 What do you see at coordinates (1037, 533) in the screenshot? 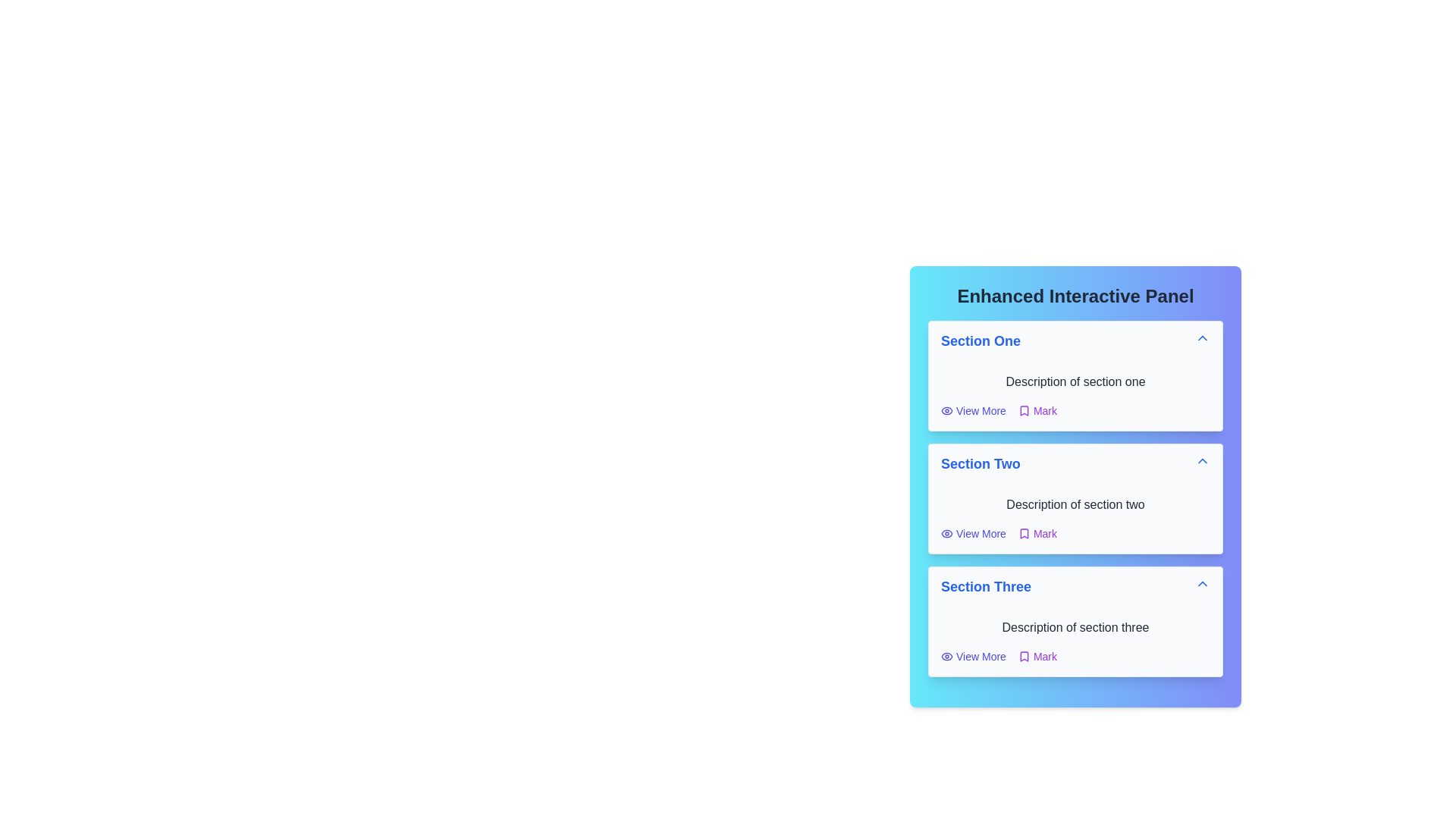
I see `the second button in the 'Section Two' UI group that features a bookmark icon and the text 'Mark'` at bounding box center [1037, 533].